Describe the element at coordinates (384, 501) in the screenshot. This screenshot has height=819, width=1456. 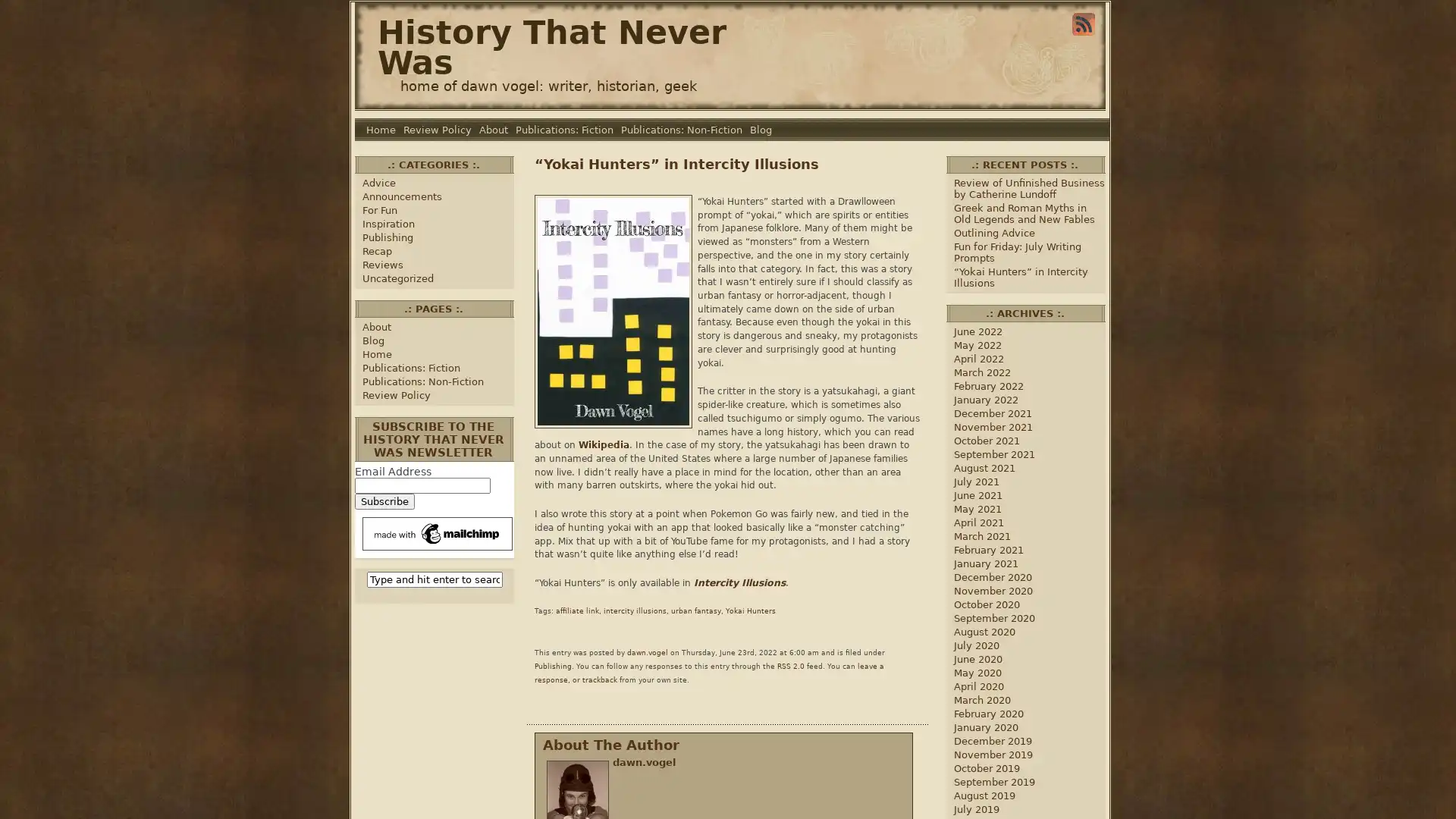
I see `Subscribe` at that location.